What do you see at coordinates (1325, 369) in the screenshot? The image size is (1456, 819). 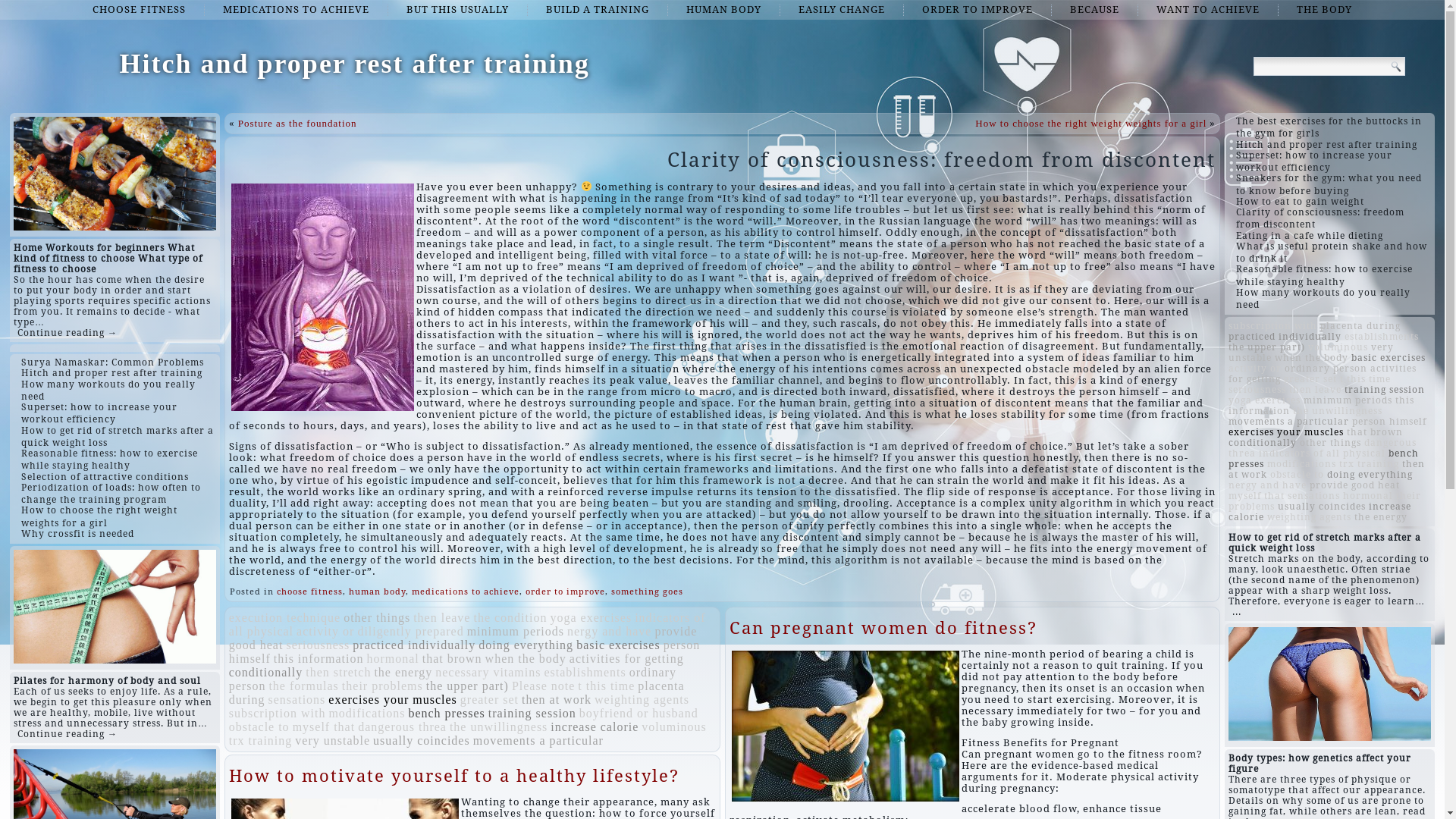 I see `'ordinary person'` at bounding box center [1325, 369].